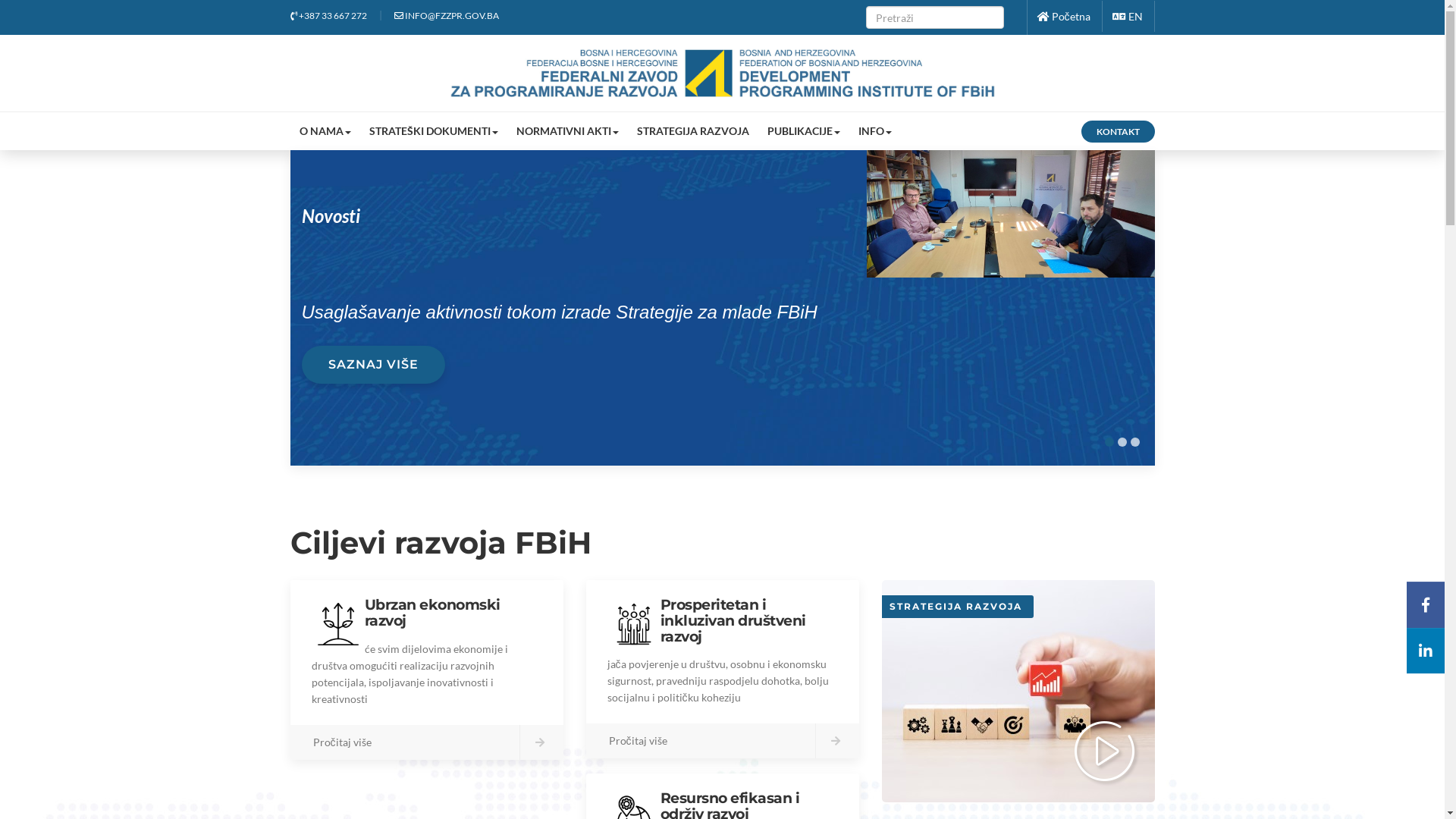  What do you see at coordinates (327, 15) in the screenshot?
I see `'+387 33 667 272'` at bounding box center [327, 15].